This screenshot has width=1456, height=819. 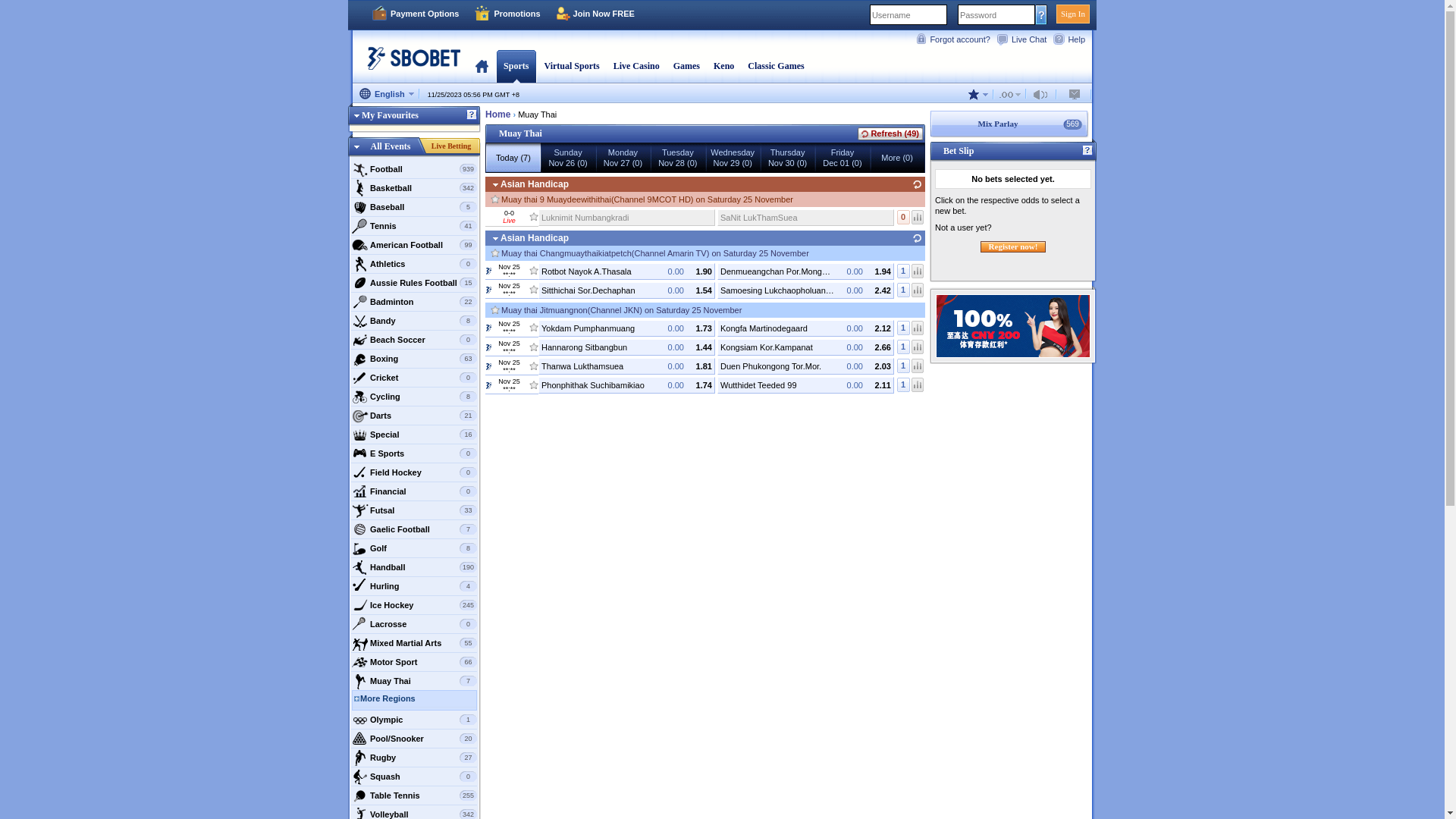 What do you see at coordinates (414, 225) in the screenshot?
I see `'Tennis` at bounding box center [414, 225].